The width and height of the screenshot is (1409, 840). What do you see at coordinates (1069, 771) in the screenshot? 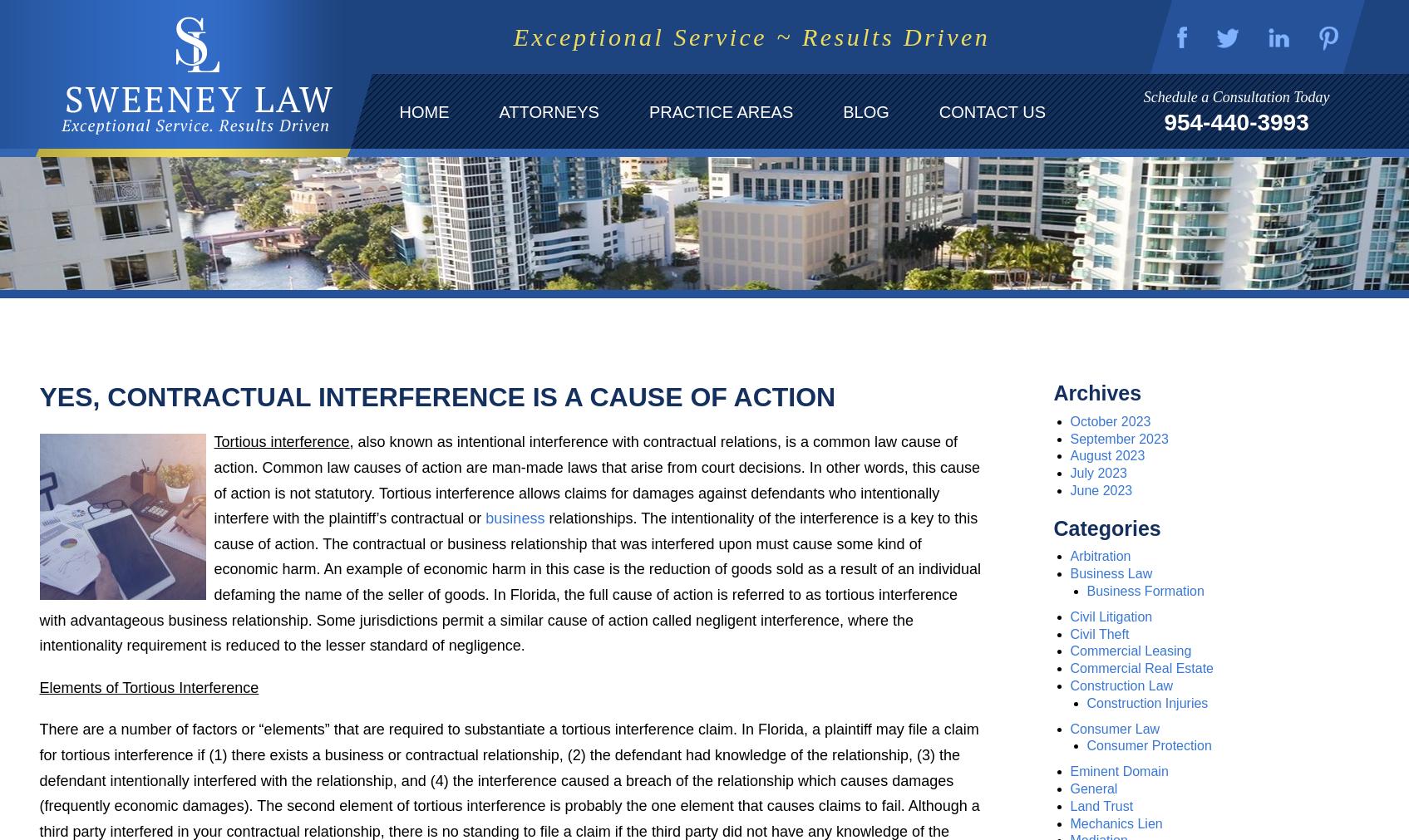
I see `'Eminent Domain'` at bounding box center [1069, 771].